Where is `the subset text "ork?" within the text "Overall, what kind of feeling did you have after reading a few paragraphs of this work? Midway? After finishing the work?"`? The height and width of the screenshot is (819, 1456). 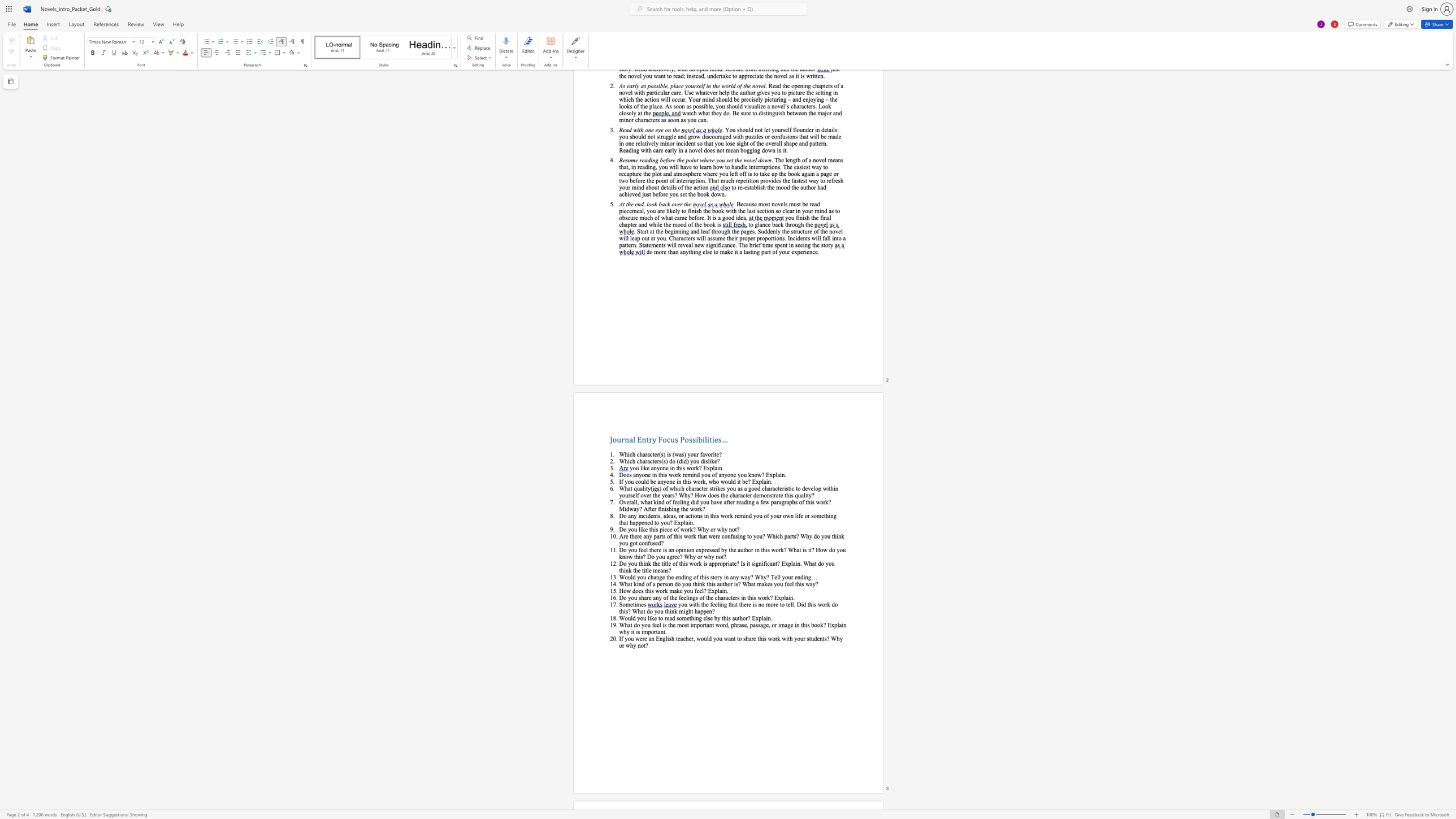 the subset text "ork?" within the text "Overall, what kind of feeling did you have after reading a few paragraphs of this work? Midway? After finishing the work?" is located at coordinates (694, 509).